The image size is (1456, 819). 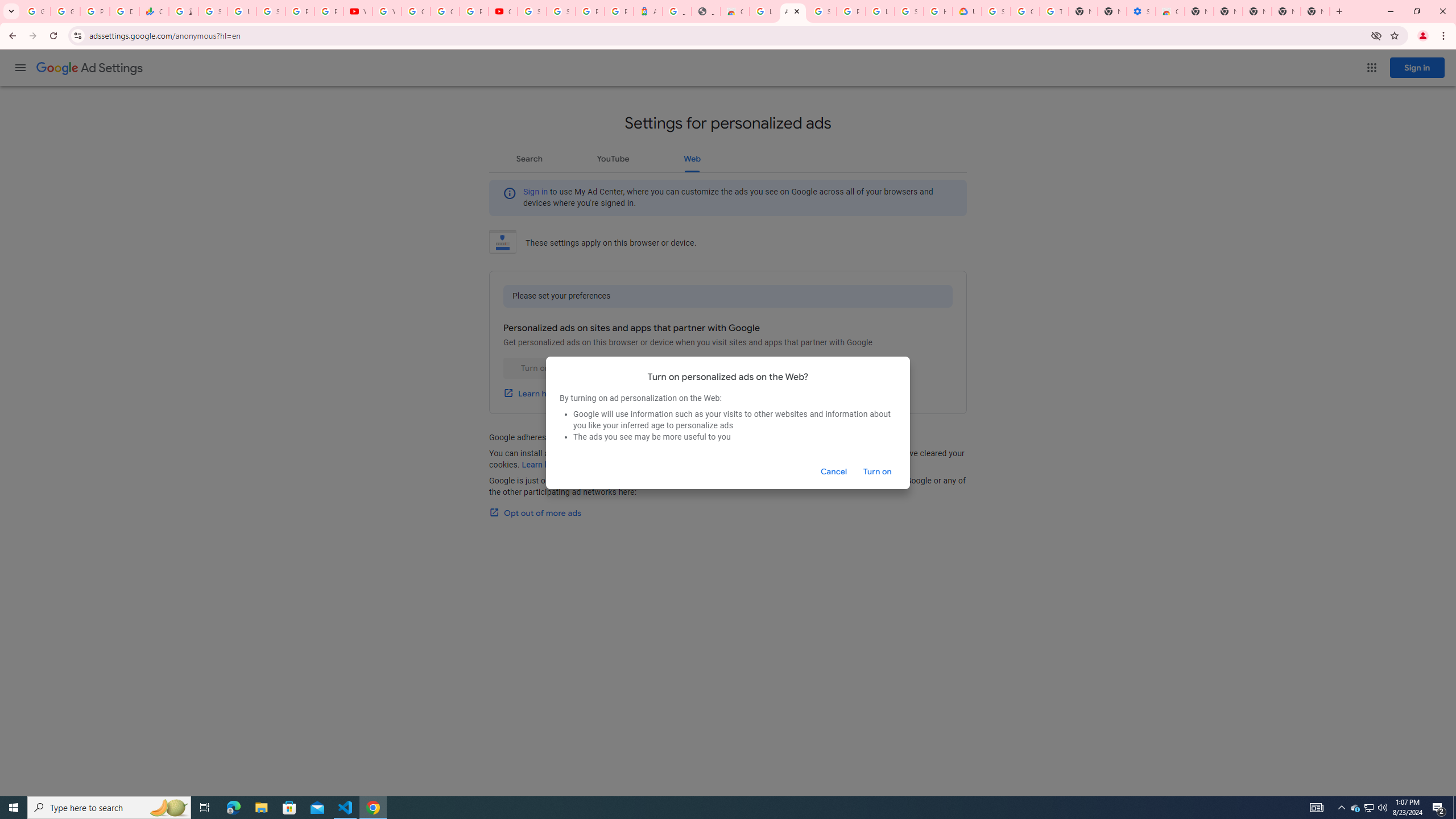 I want to click on 'Chrome Web Store - Accessibility extensions', so click(x=1169, y=11).